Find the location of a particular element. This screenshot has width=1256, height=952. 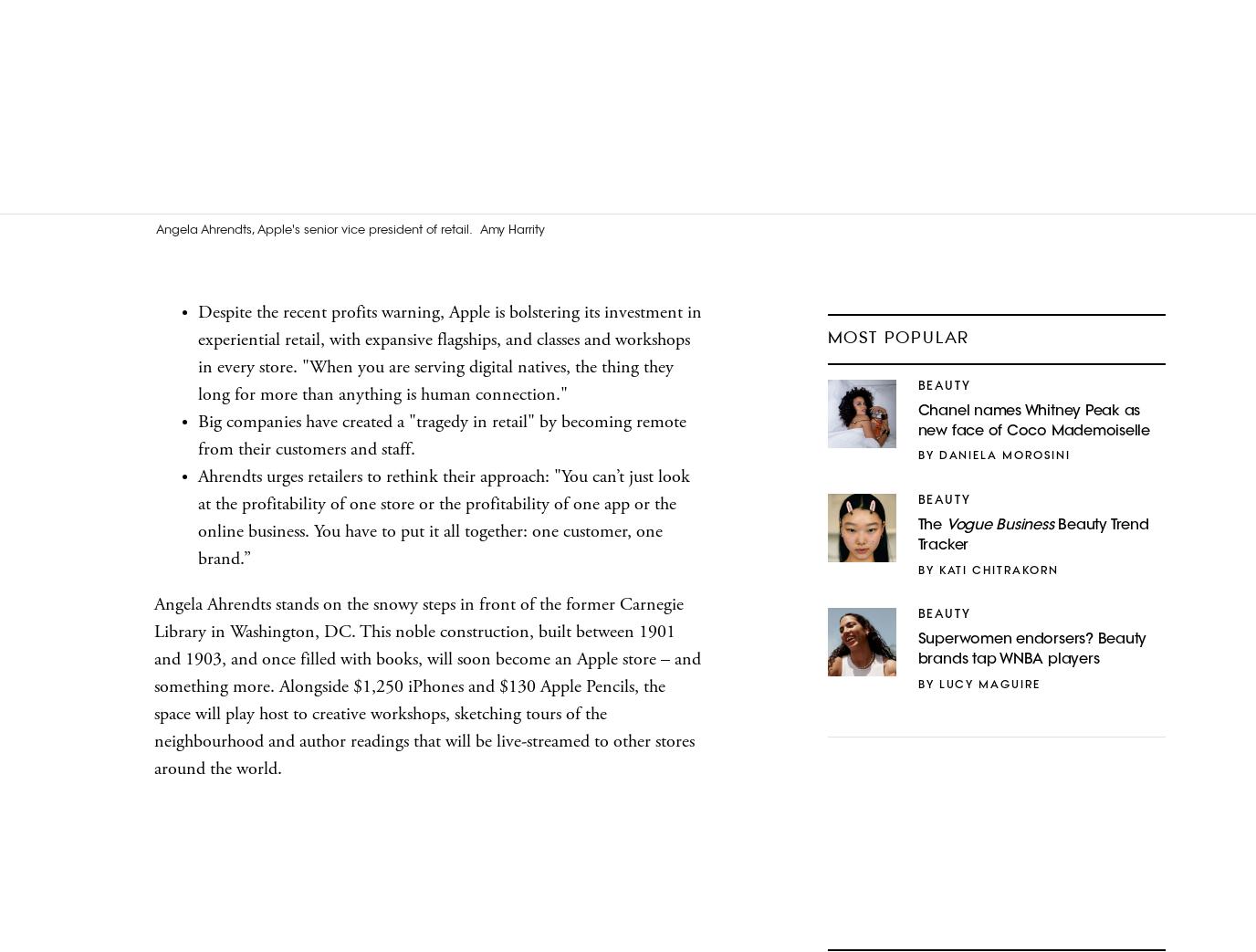

'Vogue Business' is located at coordinates (999, 525).